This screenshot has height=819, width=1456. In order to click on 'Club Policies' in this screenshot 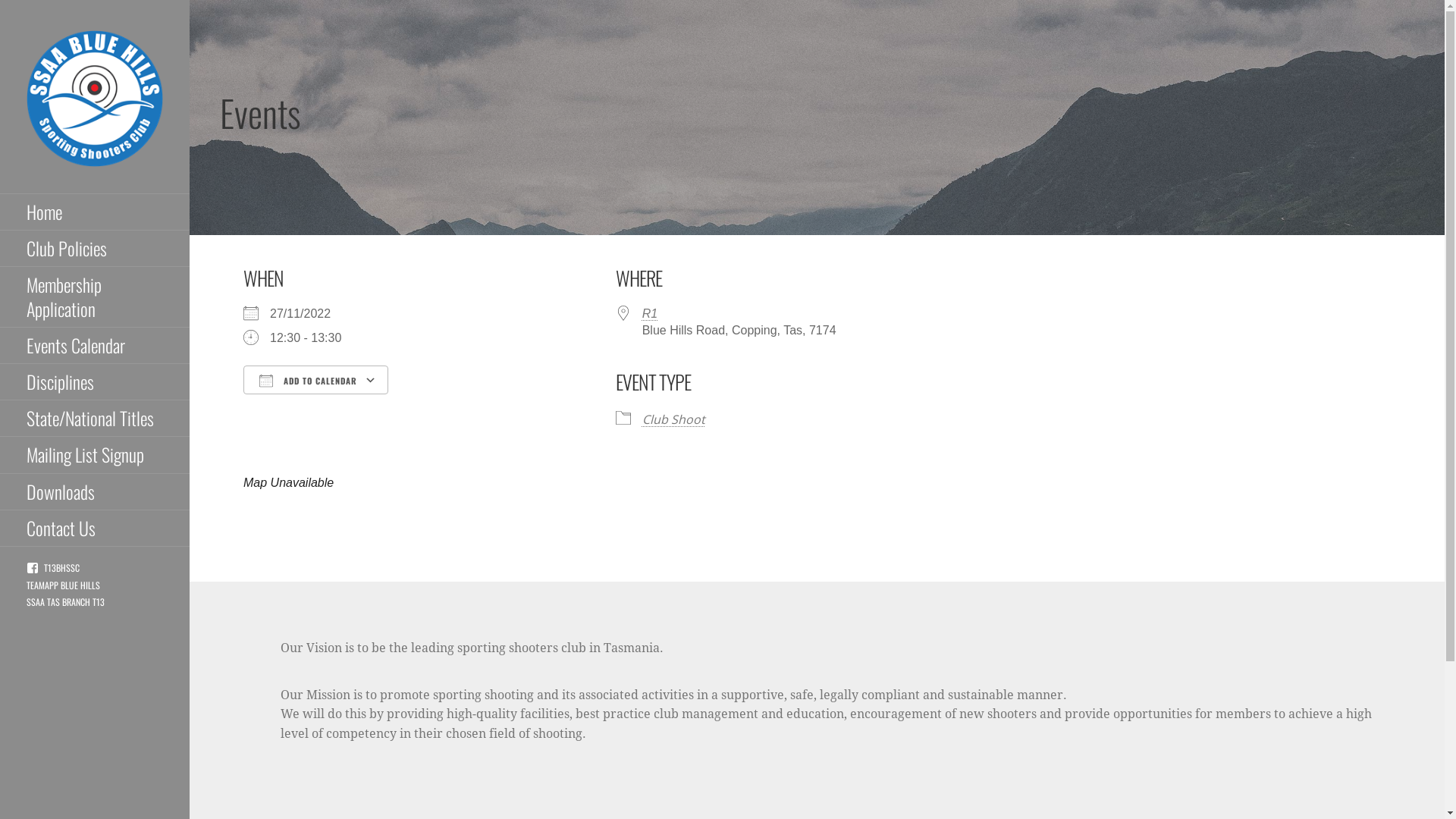, I will do `click(93, 247)`.